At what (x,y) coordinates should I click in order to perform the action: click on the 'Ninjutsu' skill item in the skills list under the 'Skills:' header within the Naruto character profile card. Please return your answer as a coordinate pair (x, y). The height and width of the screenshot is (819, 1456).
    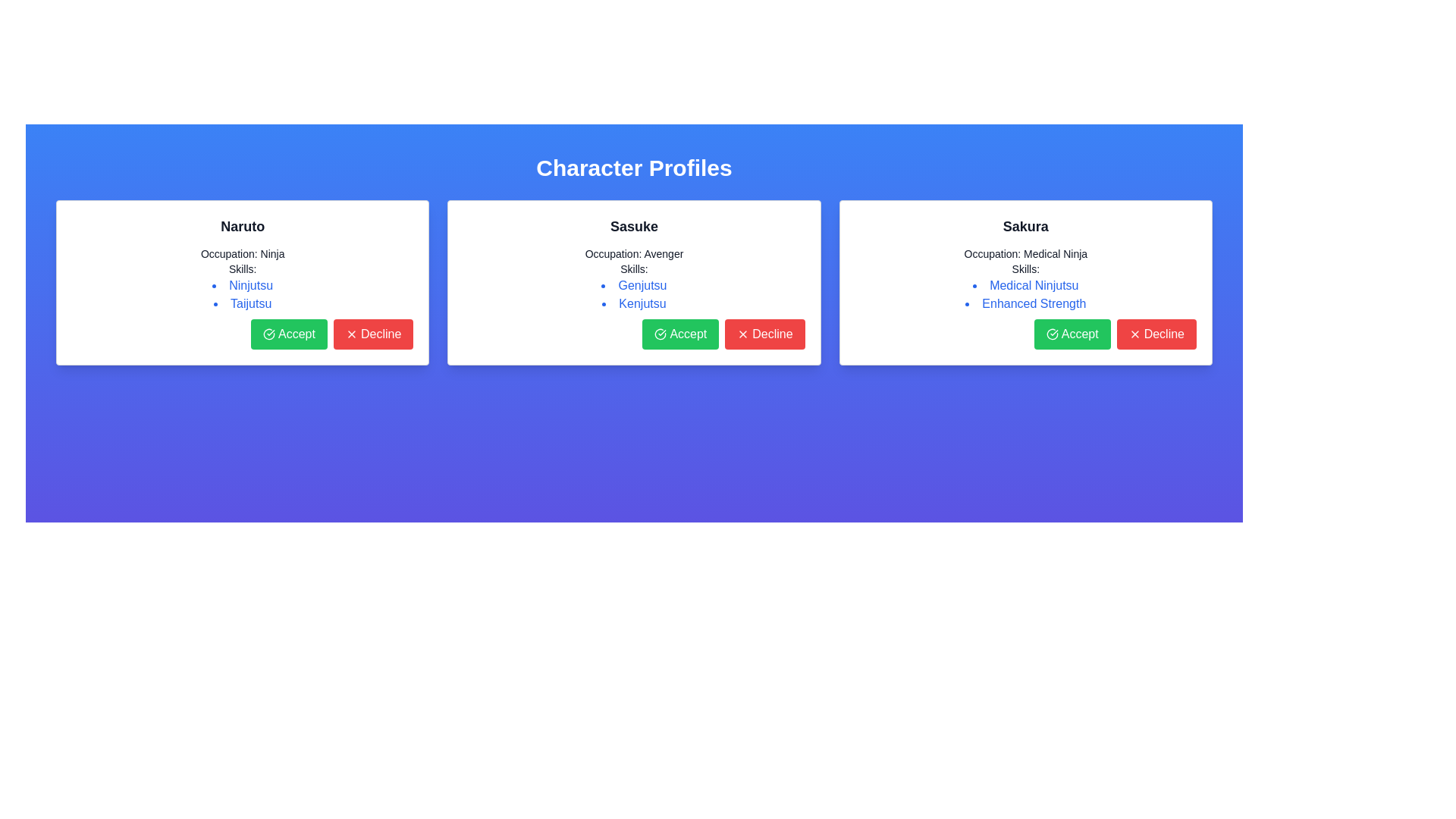
    Looking at the image, I should click on (243, 295).